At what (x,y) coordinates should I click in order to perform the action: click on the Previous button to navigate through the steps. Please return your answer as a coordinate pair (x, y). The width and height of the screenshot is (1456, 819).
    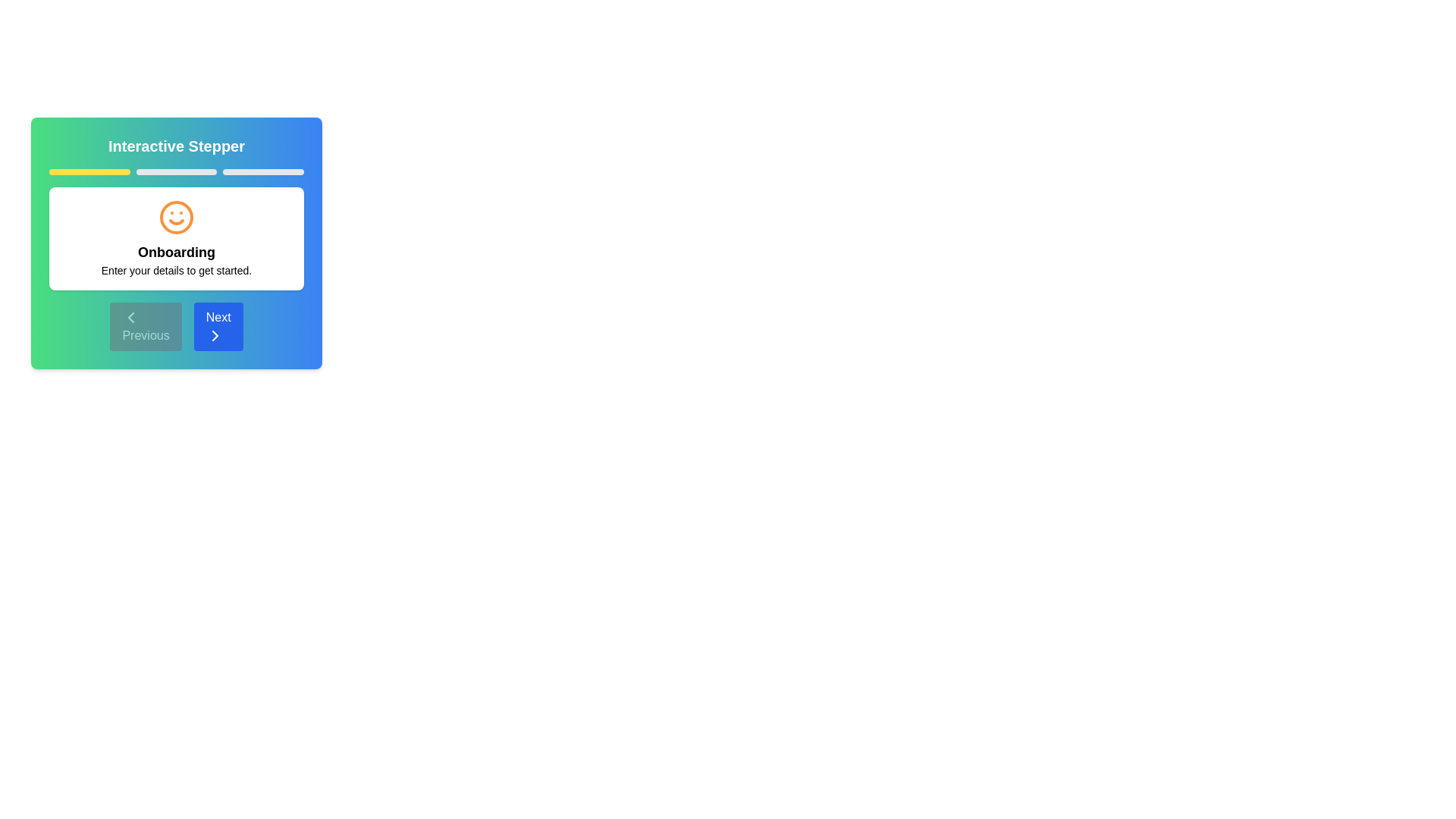
    Looking at the image, I should click on (146, 326).